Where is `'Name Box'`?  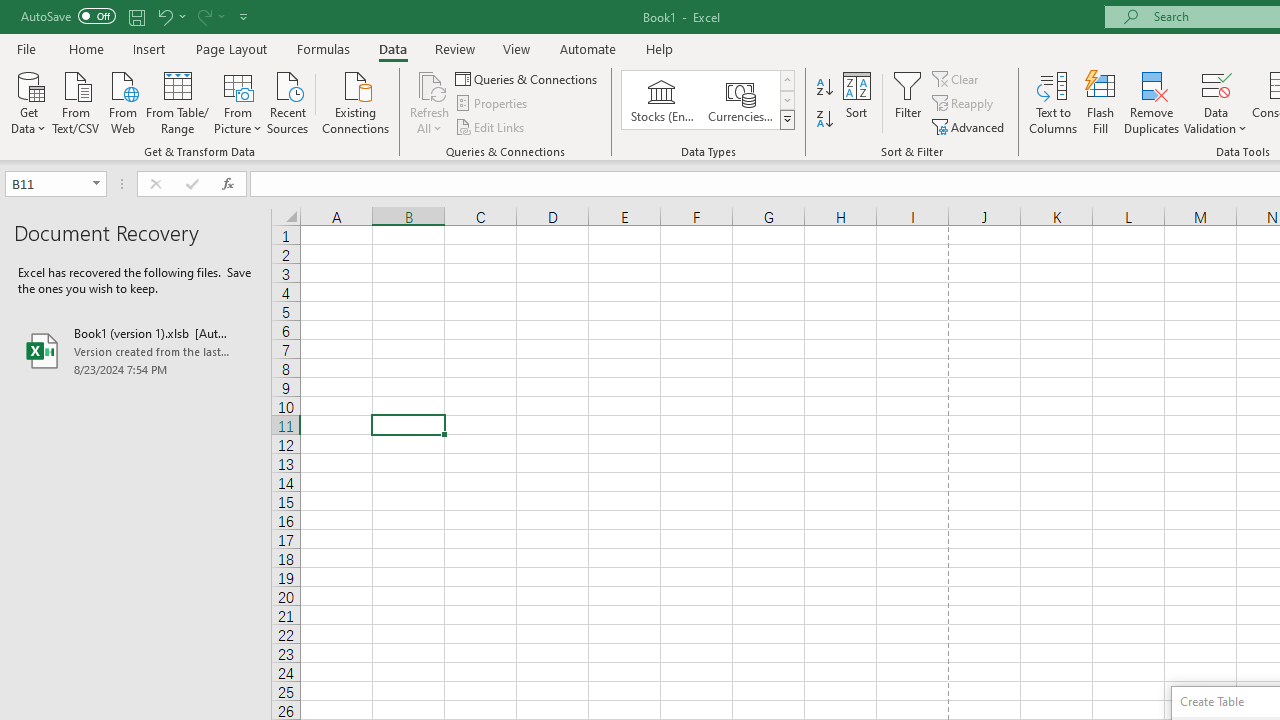 'Name Box' is located at coordinates (47, 183).